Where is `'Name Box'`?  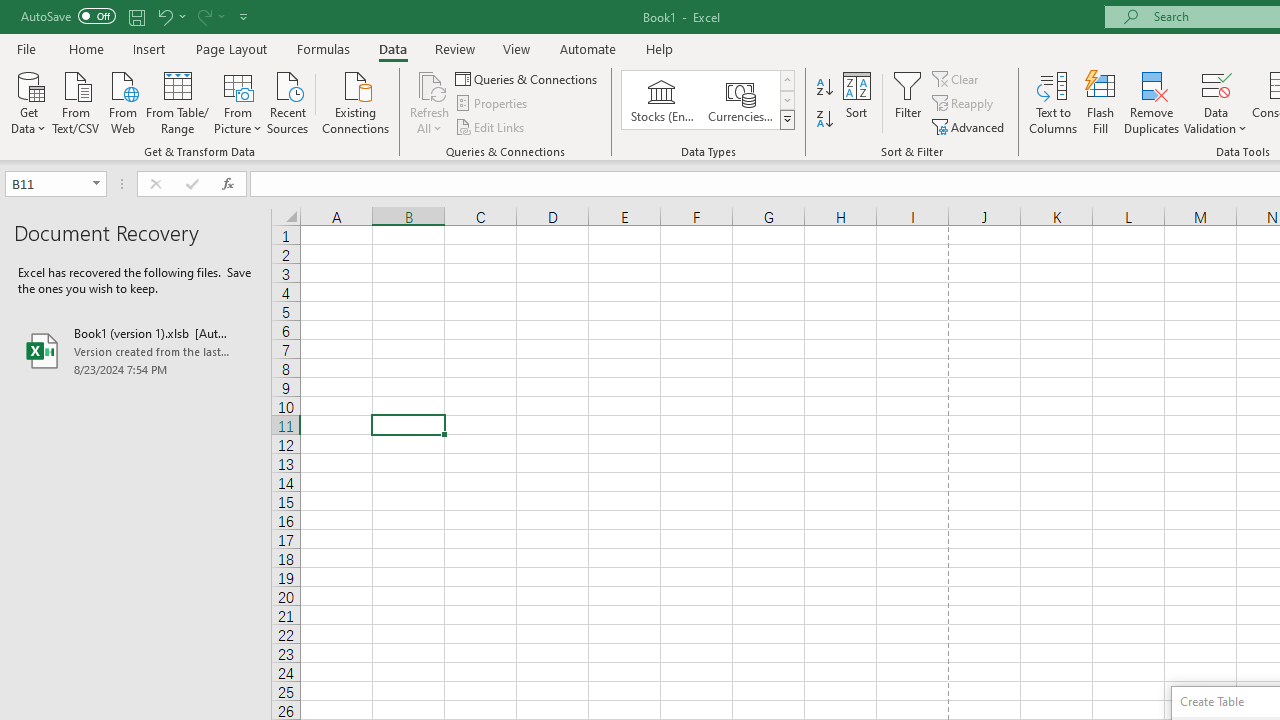 'Name Box' is located at coordinates (47, 183).